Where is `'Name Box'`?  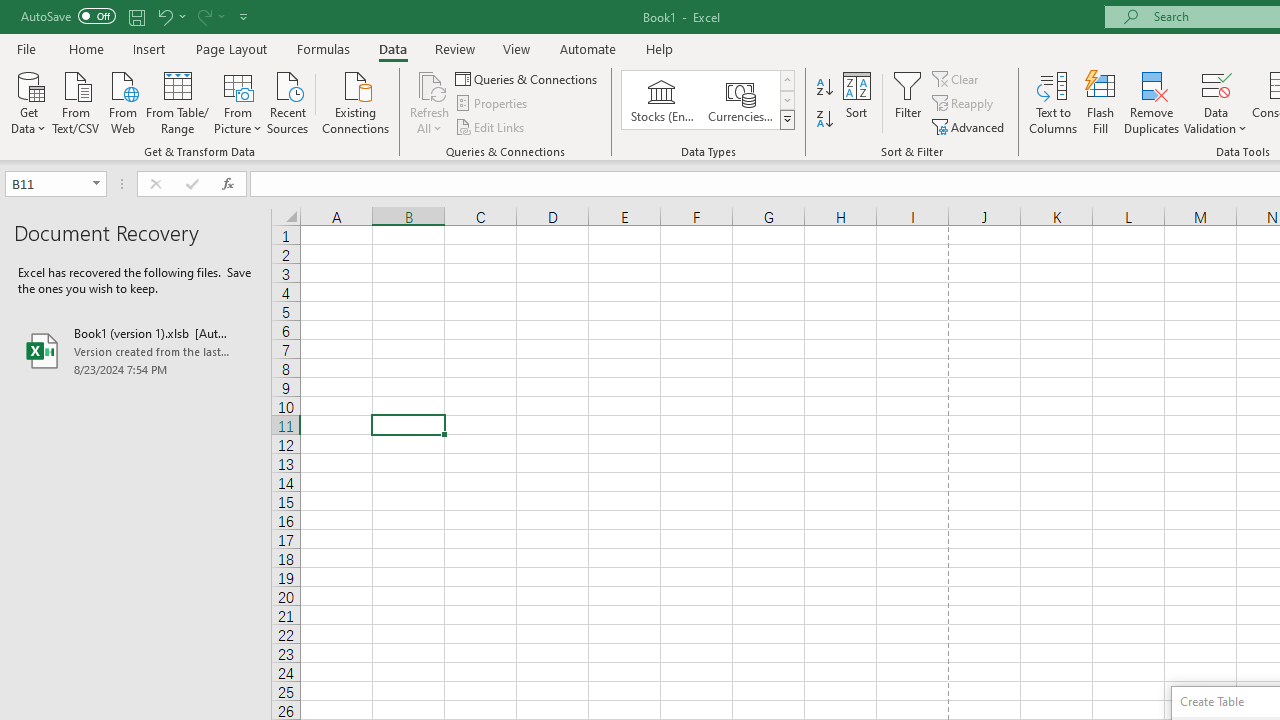 'Name Box' is located at coordinates (47, 183).